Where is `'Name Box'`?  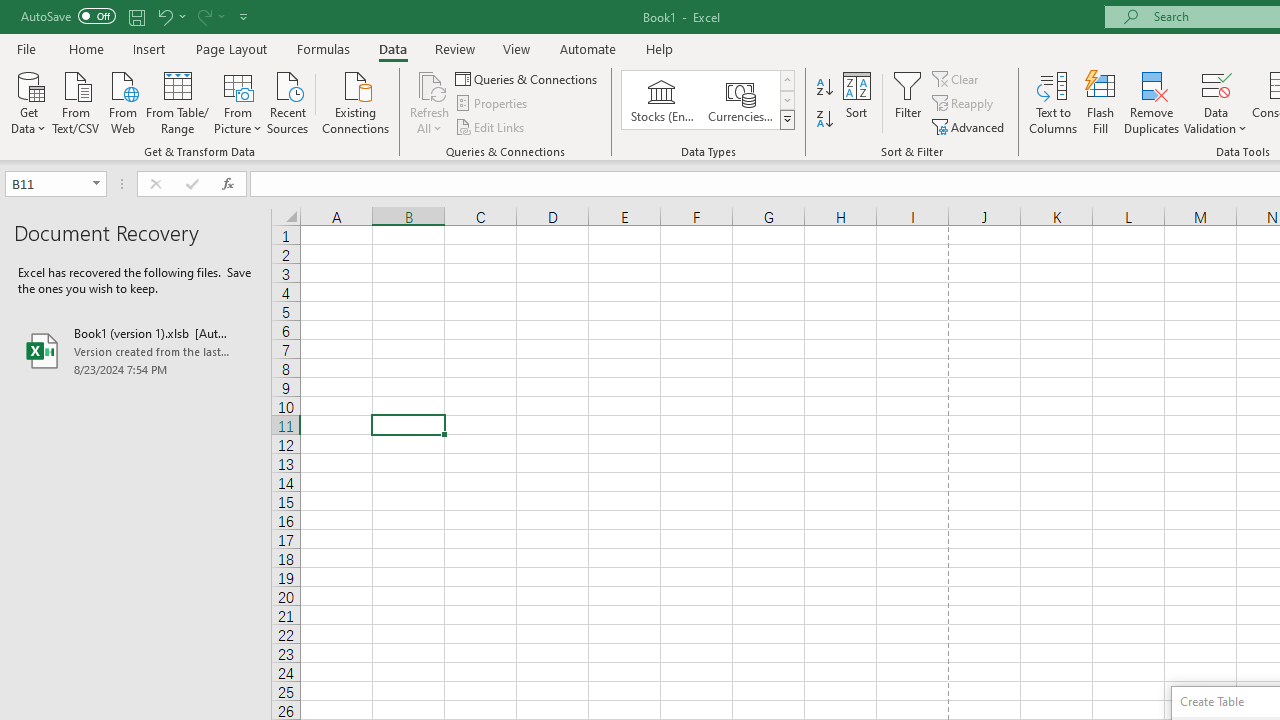 'Name Box' is located at coordinates (47, 183).